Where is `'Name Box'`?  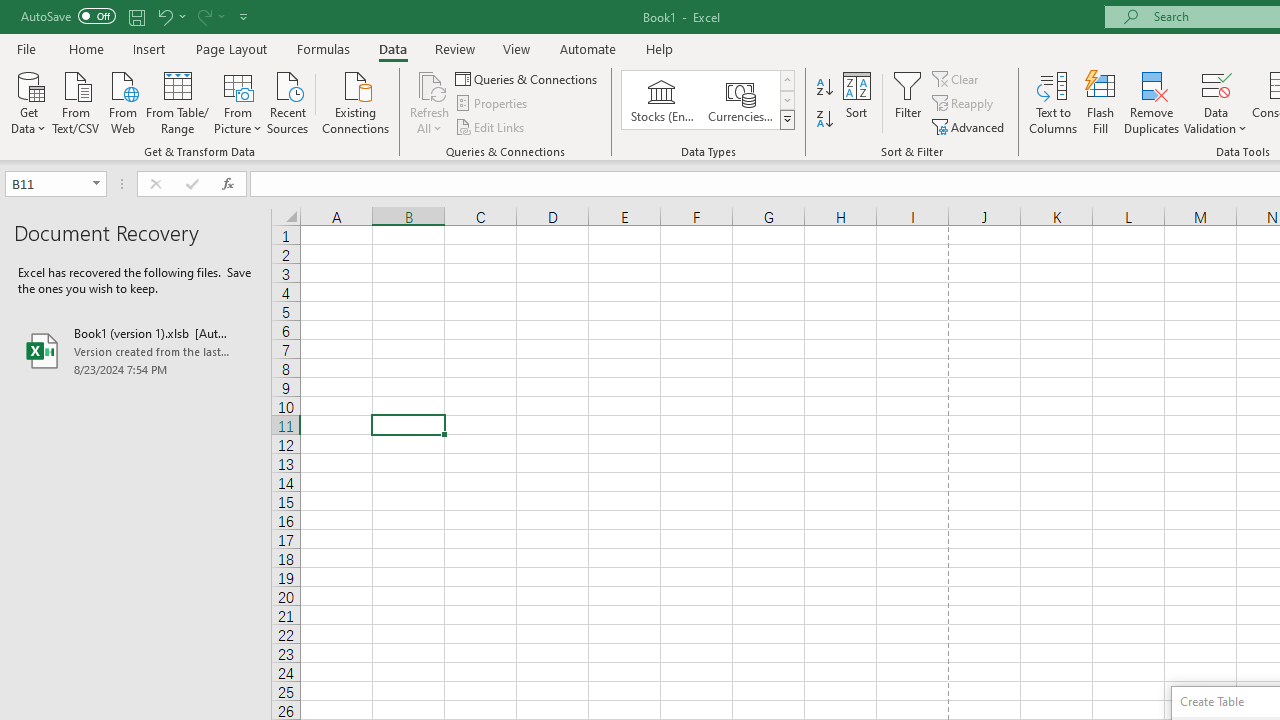 'Name Box' is located at coordinates (47, 183).